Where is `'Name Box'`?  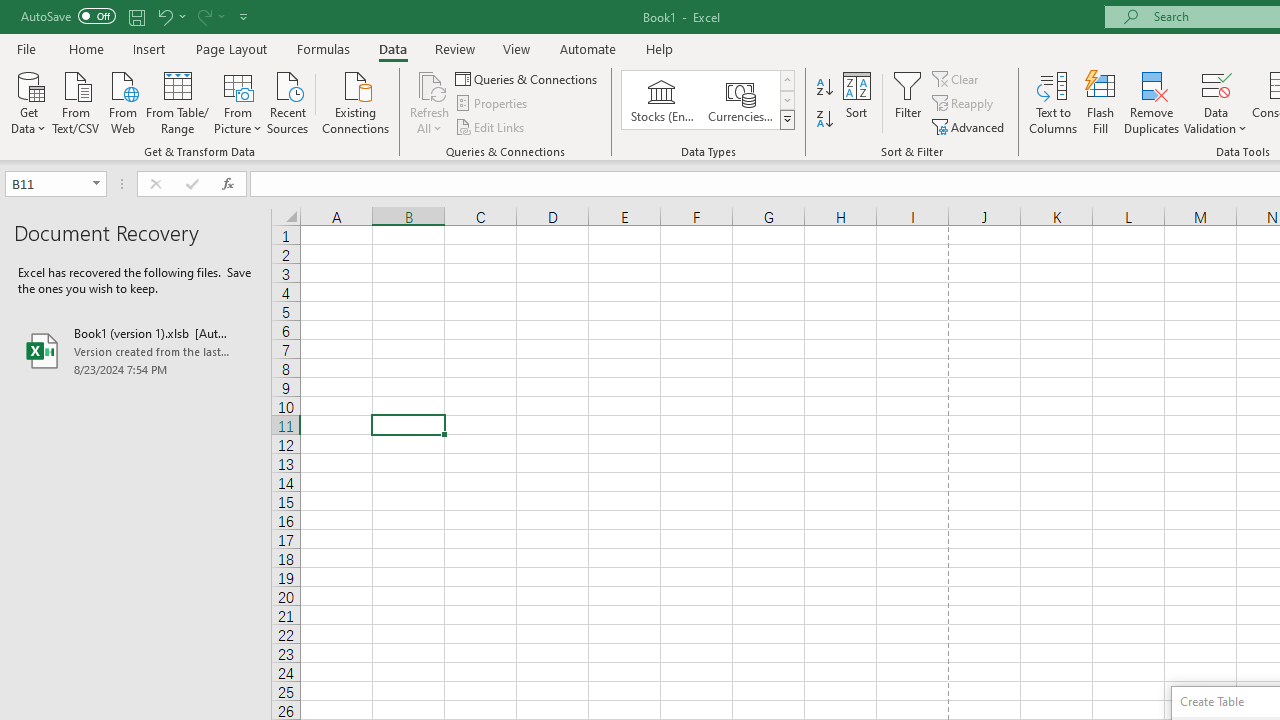 'Name Box' is located at coordinates (47, 183).